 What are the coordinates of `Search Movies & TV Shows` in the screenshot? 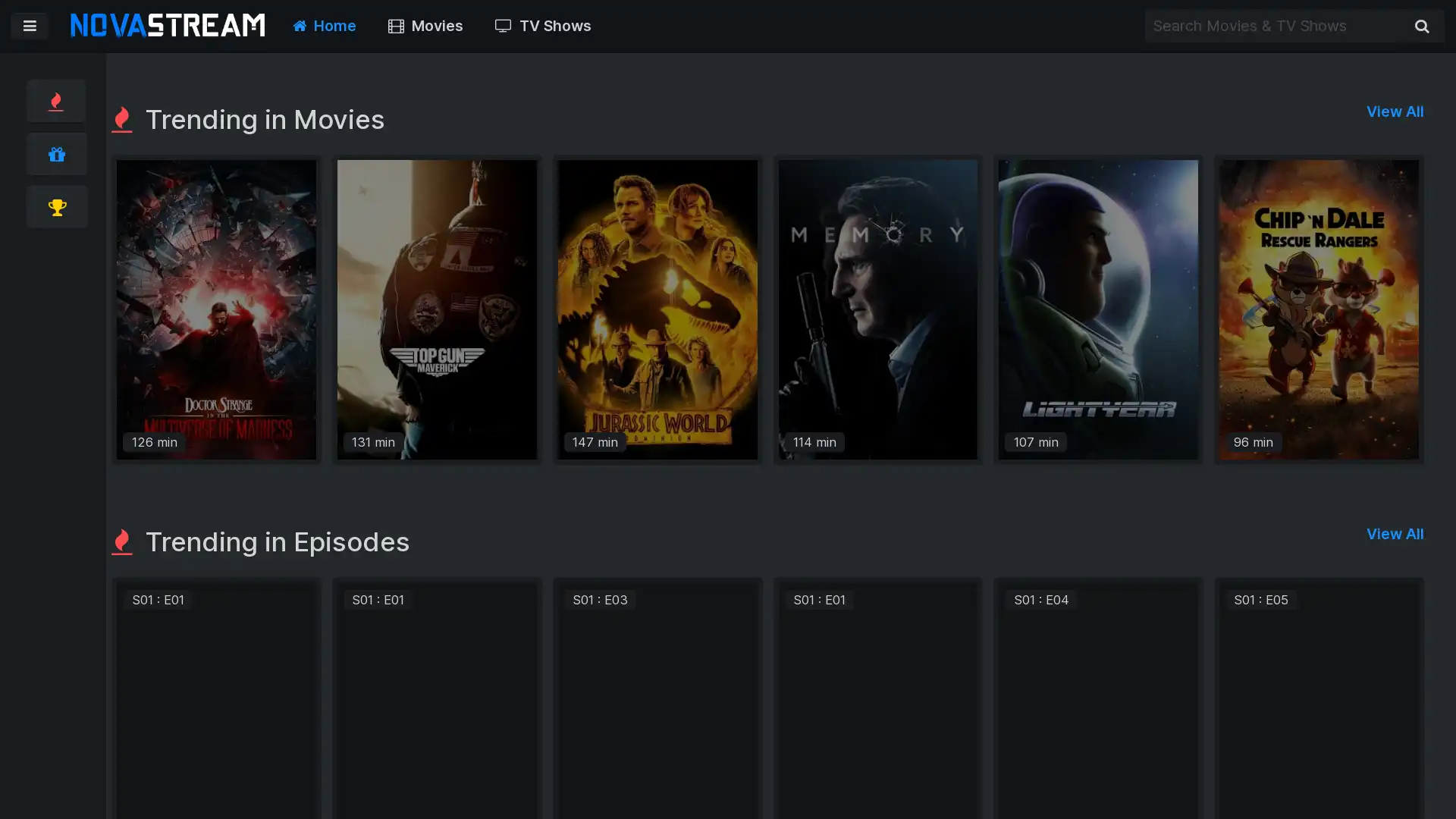 It's located at (1421, 26).